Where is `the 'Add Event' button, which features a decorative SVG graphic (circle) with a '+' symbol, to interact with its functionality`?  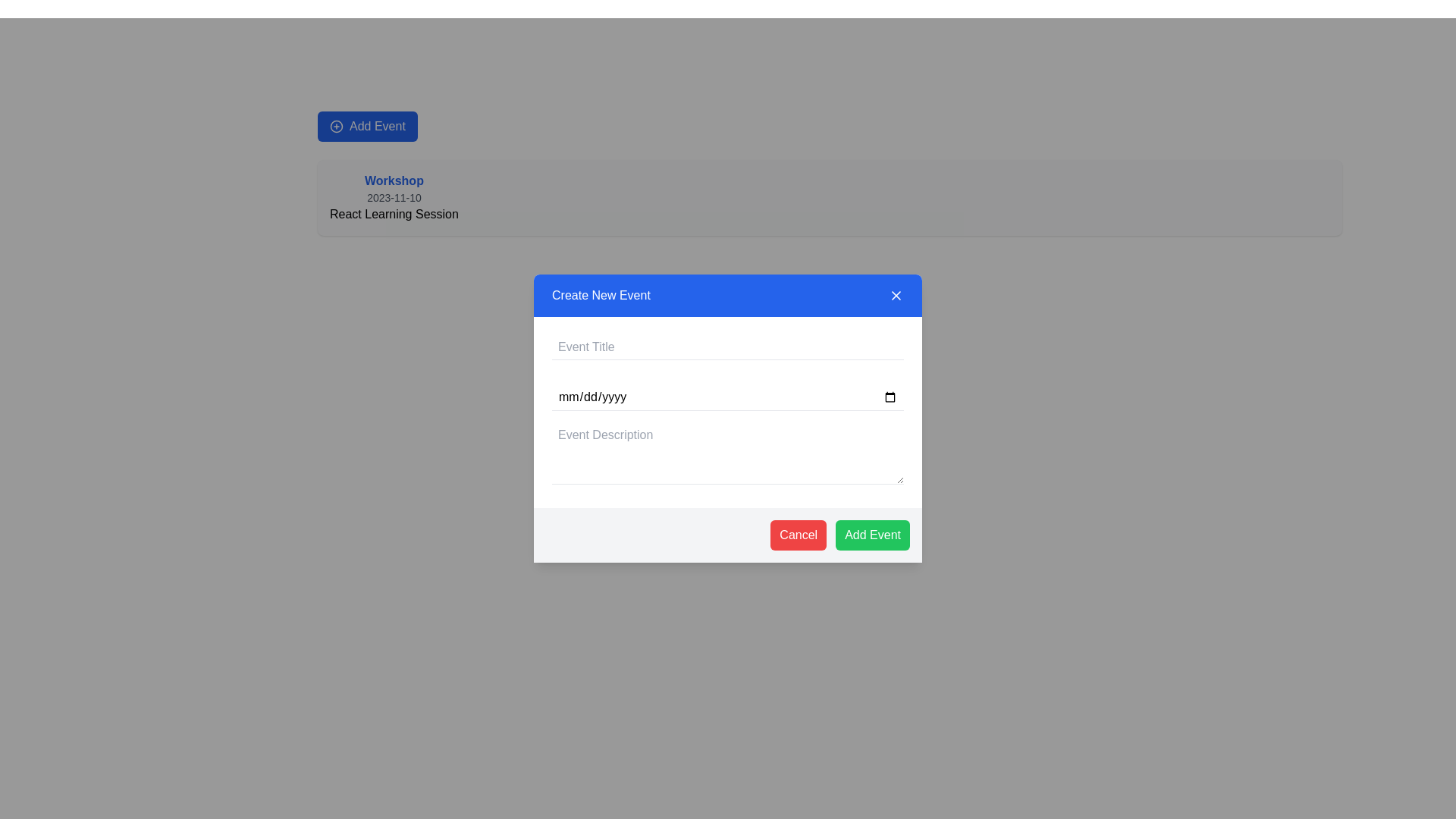
the 'Add Event' button, which features a decorative SVG graphic (circle) with a '+' symbol, to interact with its functionality is located at coordinates (336, 125).